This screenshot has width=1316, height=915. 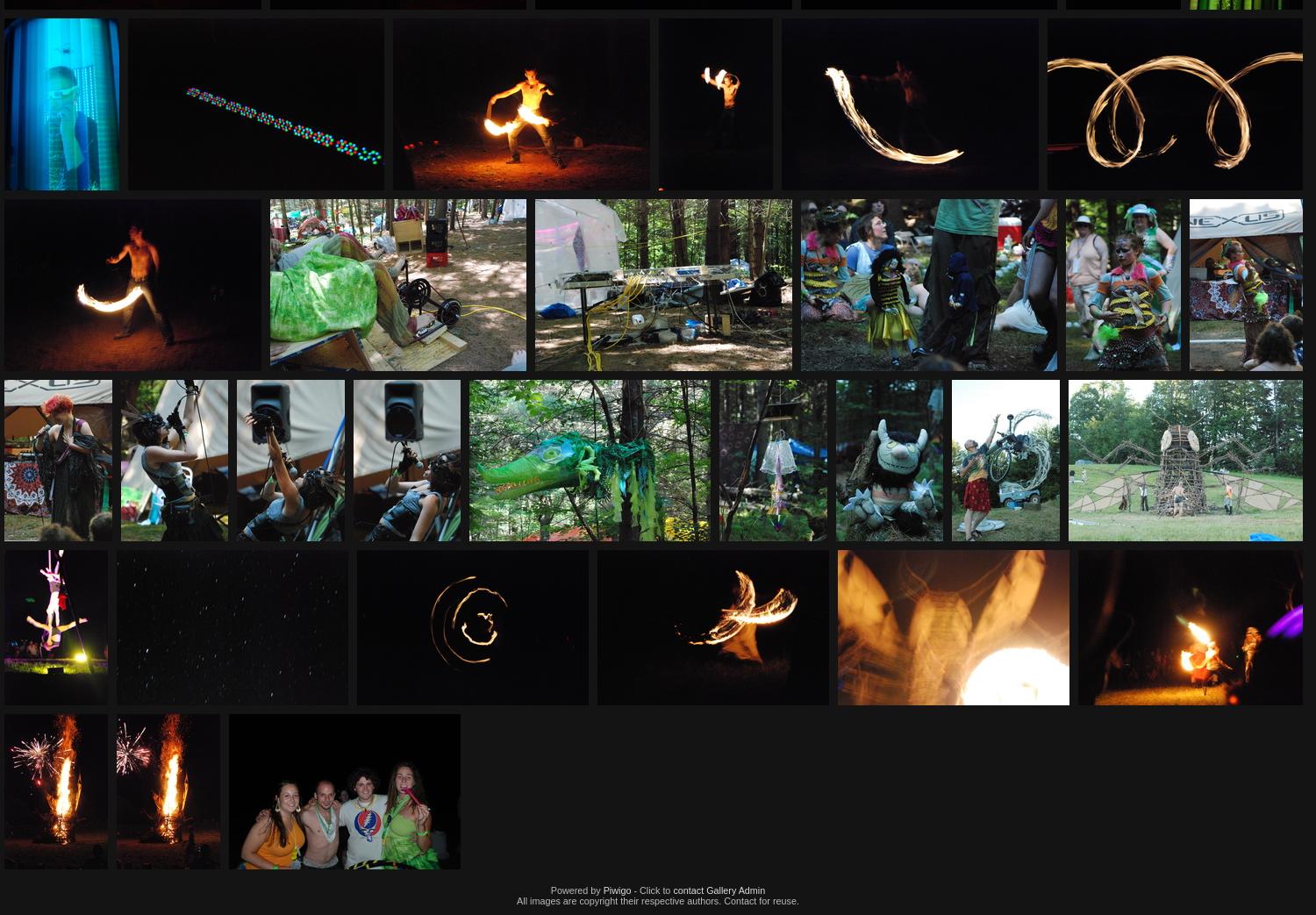 What do you see at coordinates (58, 882) in the screenshot?
I see `'IMG 894'` at bounding box center [58, 882].